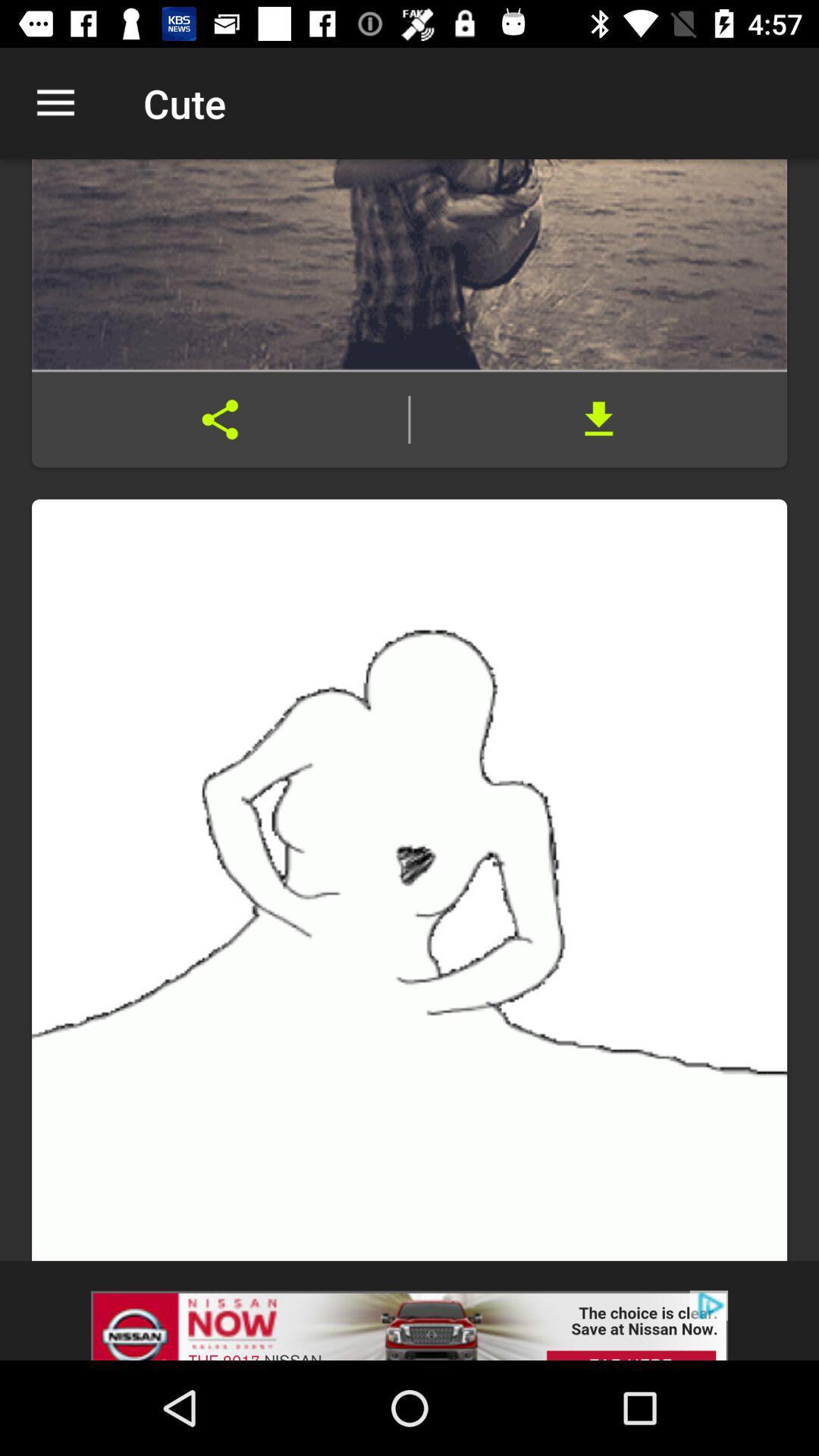 The width and height of the screenshot is (819, 1456). I want to click on click advertisement, so click(409, 1310).